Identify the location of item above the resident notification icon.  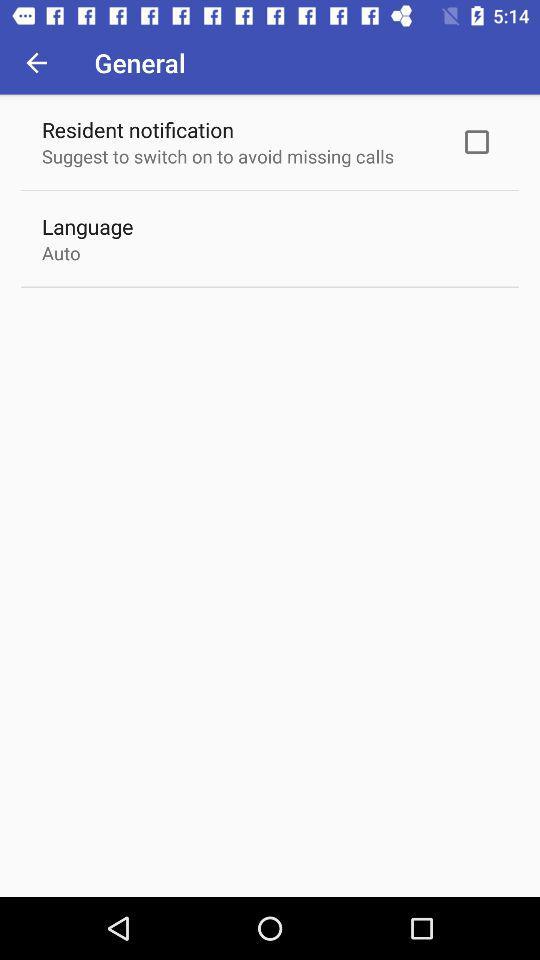
(36, 62).